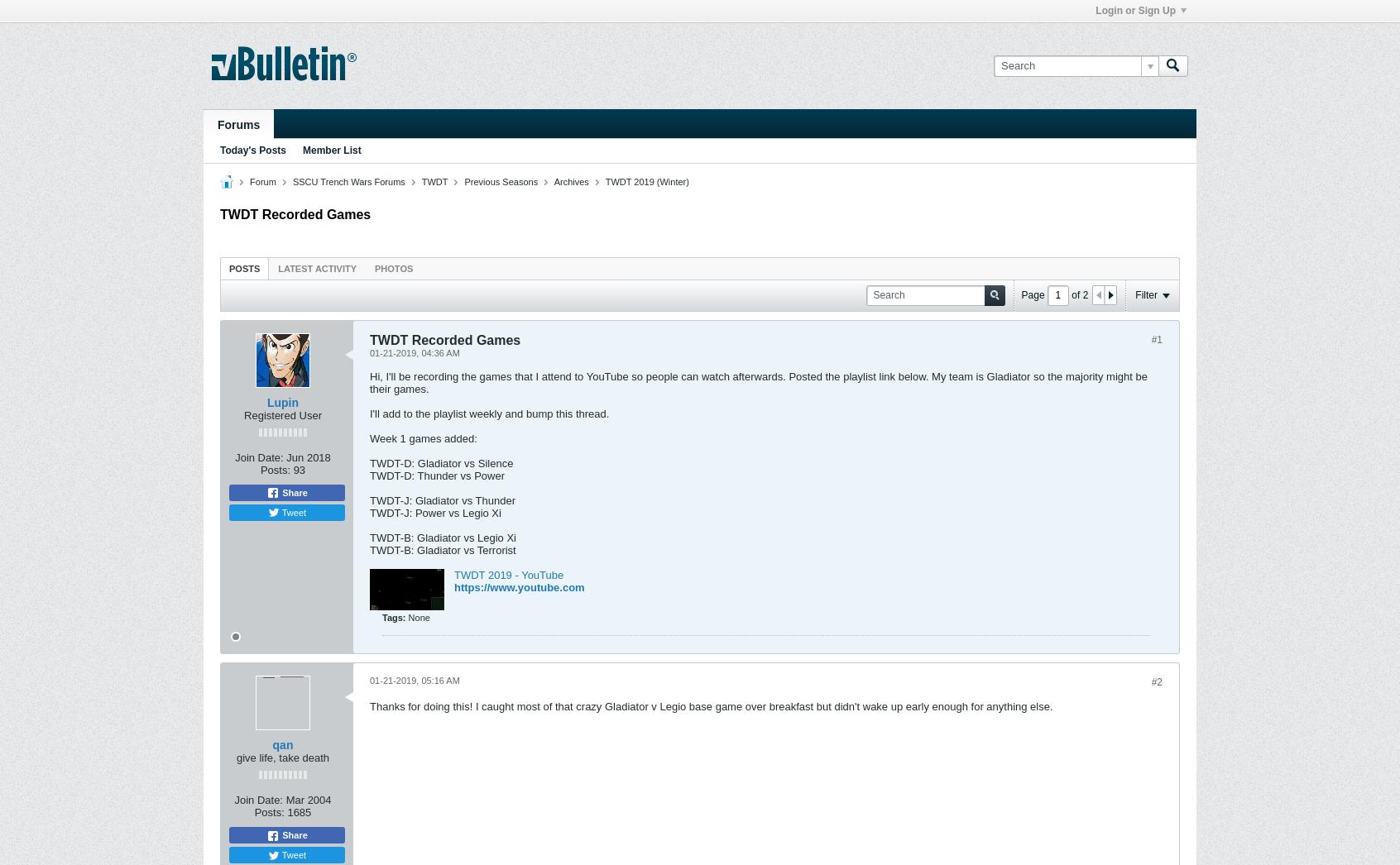 This screenshot has height=865, width=1400. I want to click on 'TWDT 2019 - YouTube', so click(454, 574).